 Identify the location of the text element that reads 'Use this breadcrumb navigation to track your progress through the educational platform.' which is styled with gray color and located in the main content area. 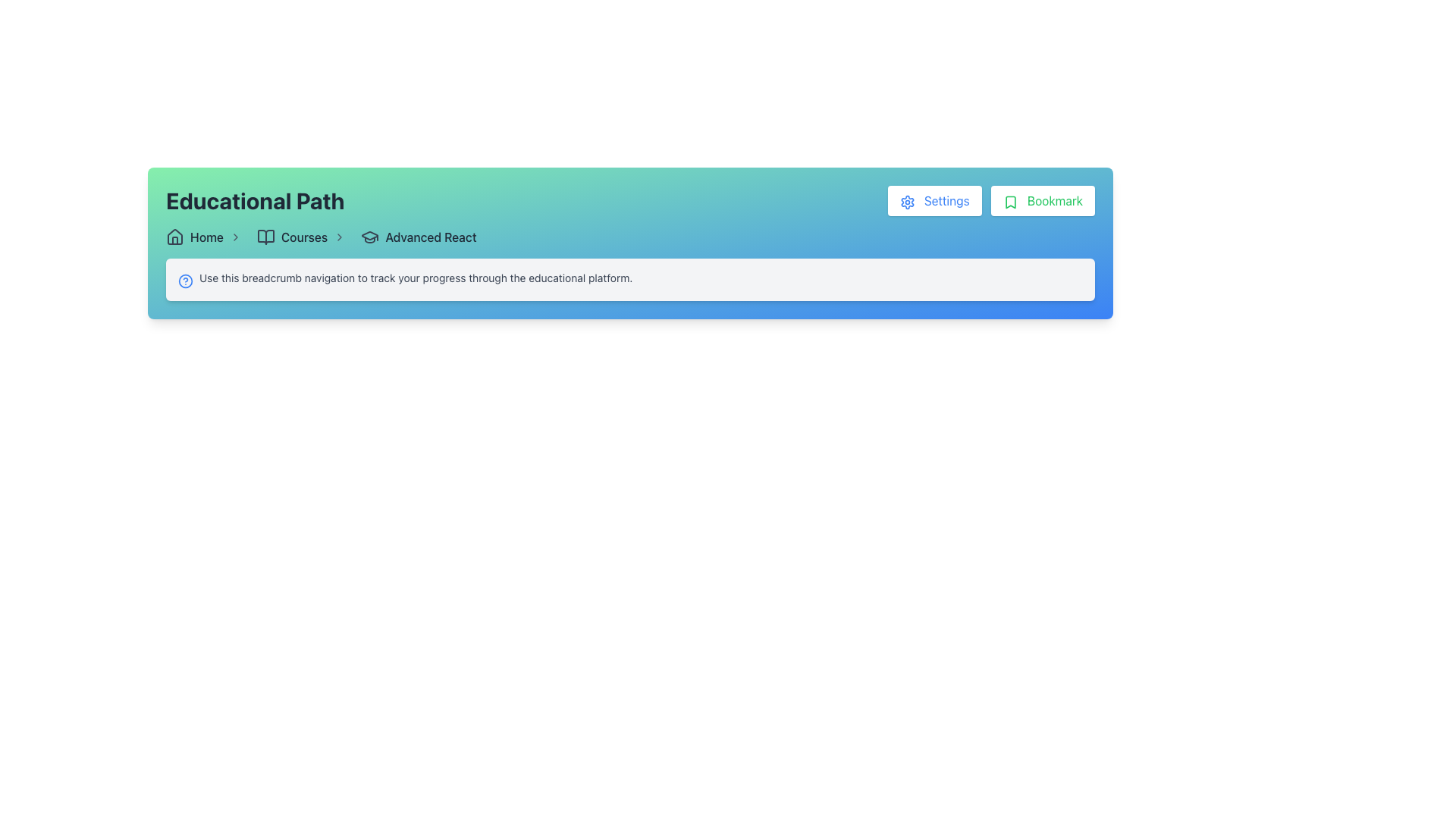
(416, 278).